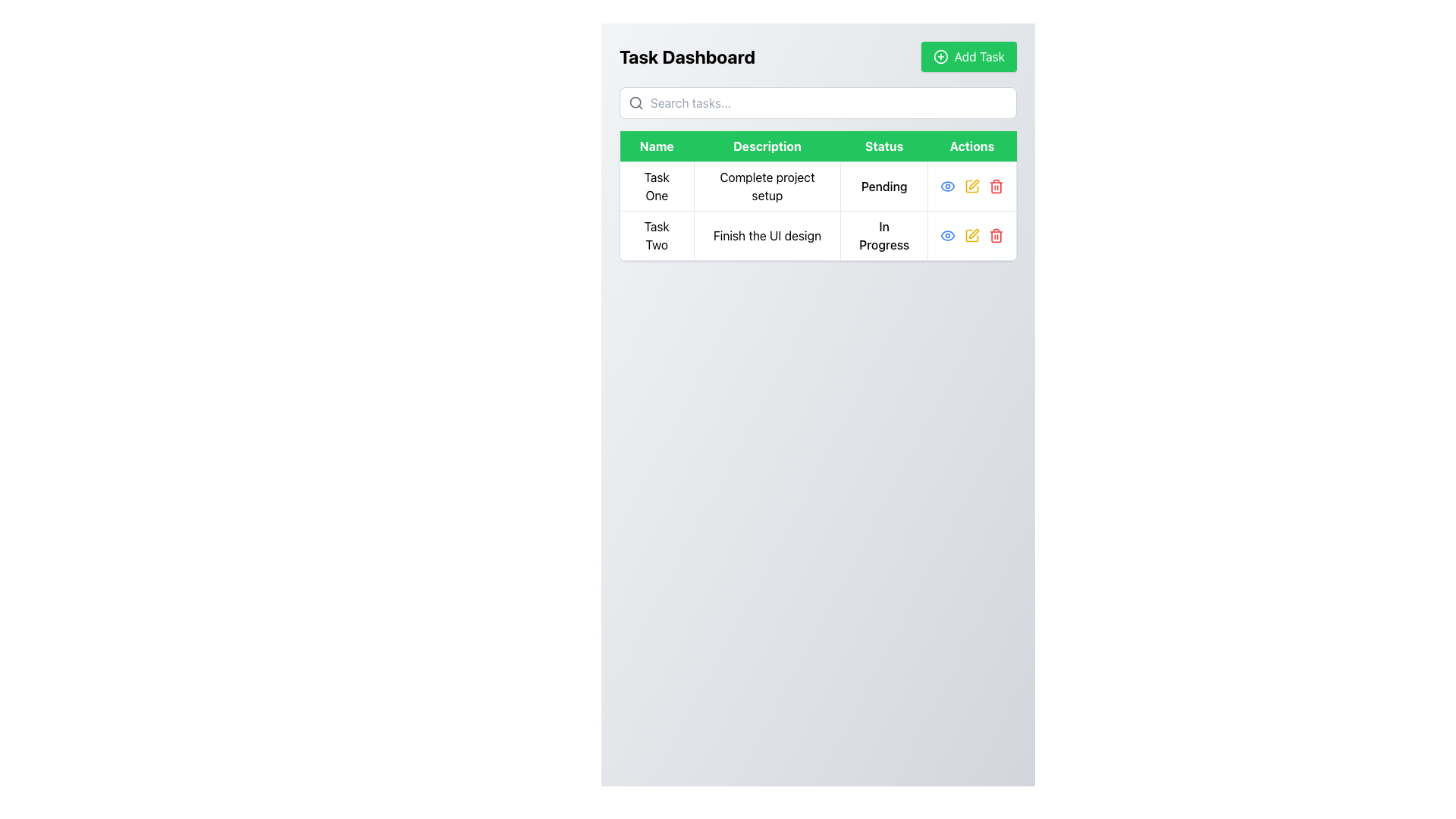  What do you see at coordinates (657, 236) in the screenshot?
I see `the static text label that identifies the task in the second row of the table under the 'Name' column` at bounding box center [657, 236].